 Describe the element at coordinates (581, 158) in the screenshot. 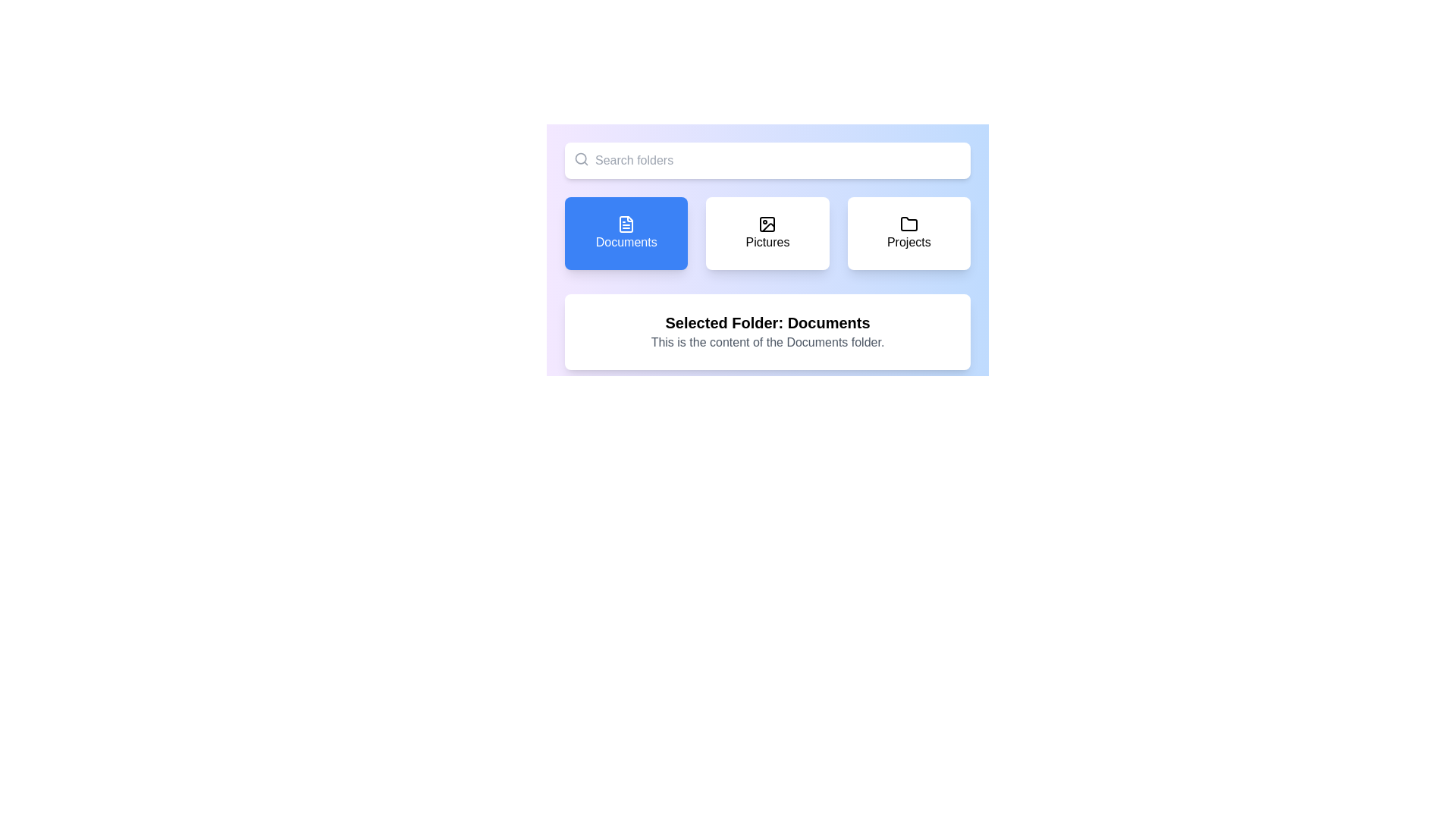

I see `the circular magnifying-glass icon styled with gray lines, located on the left side of the search bar input field` at that location.